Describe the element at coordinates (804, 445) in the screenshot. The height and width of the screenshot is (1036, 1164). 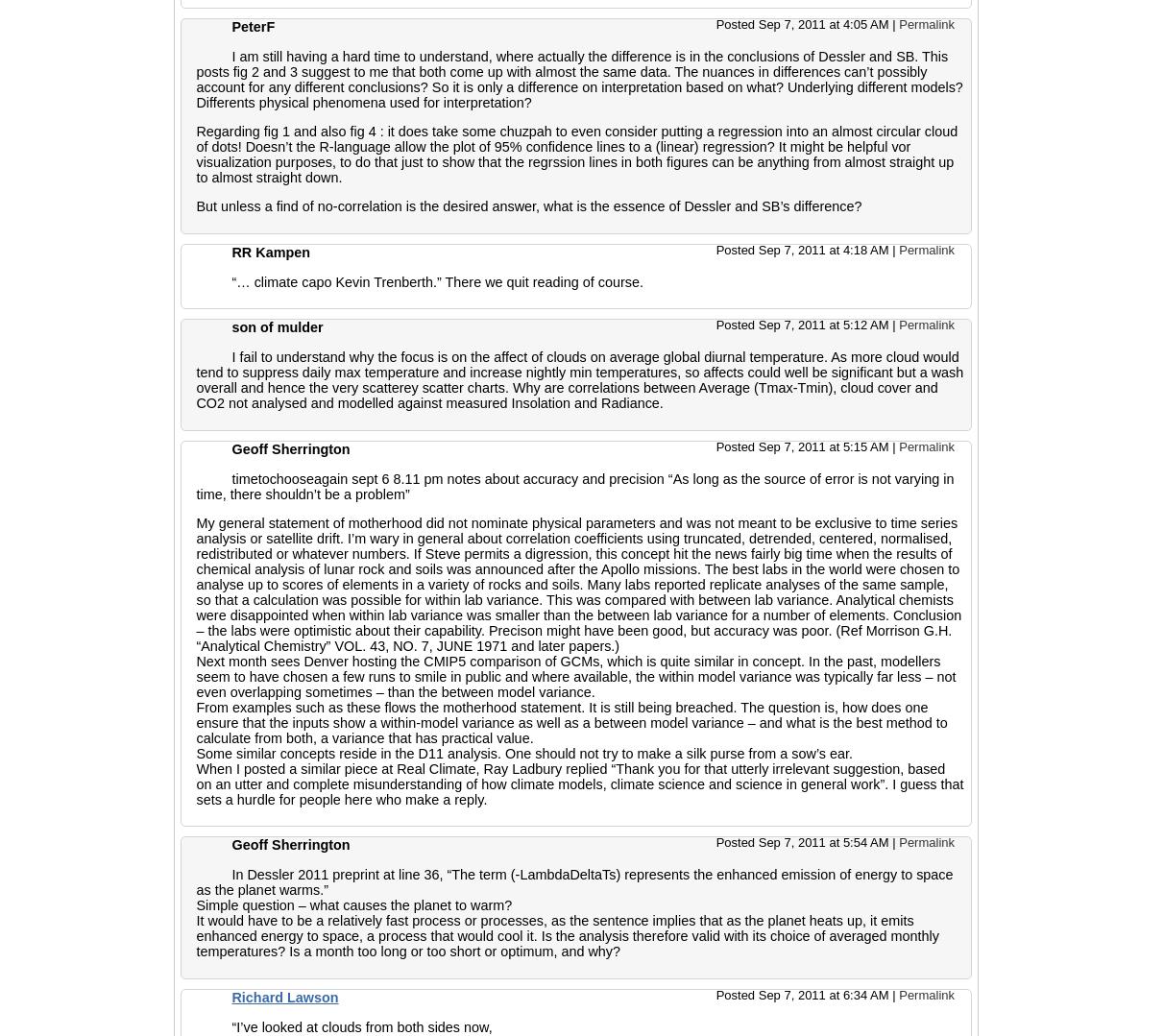
I see `'Posted Sep 7, 2011 at 5:15 AM'` at that location.